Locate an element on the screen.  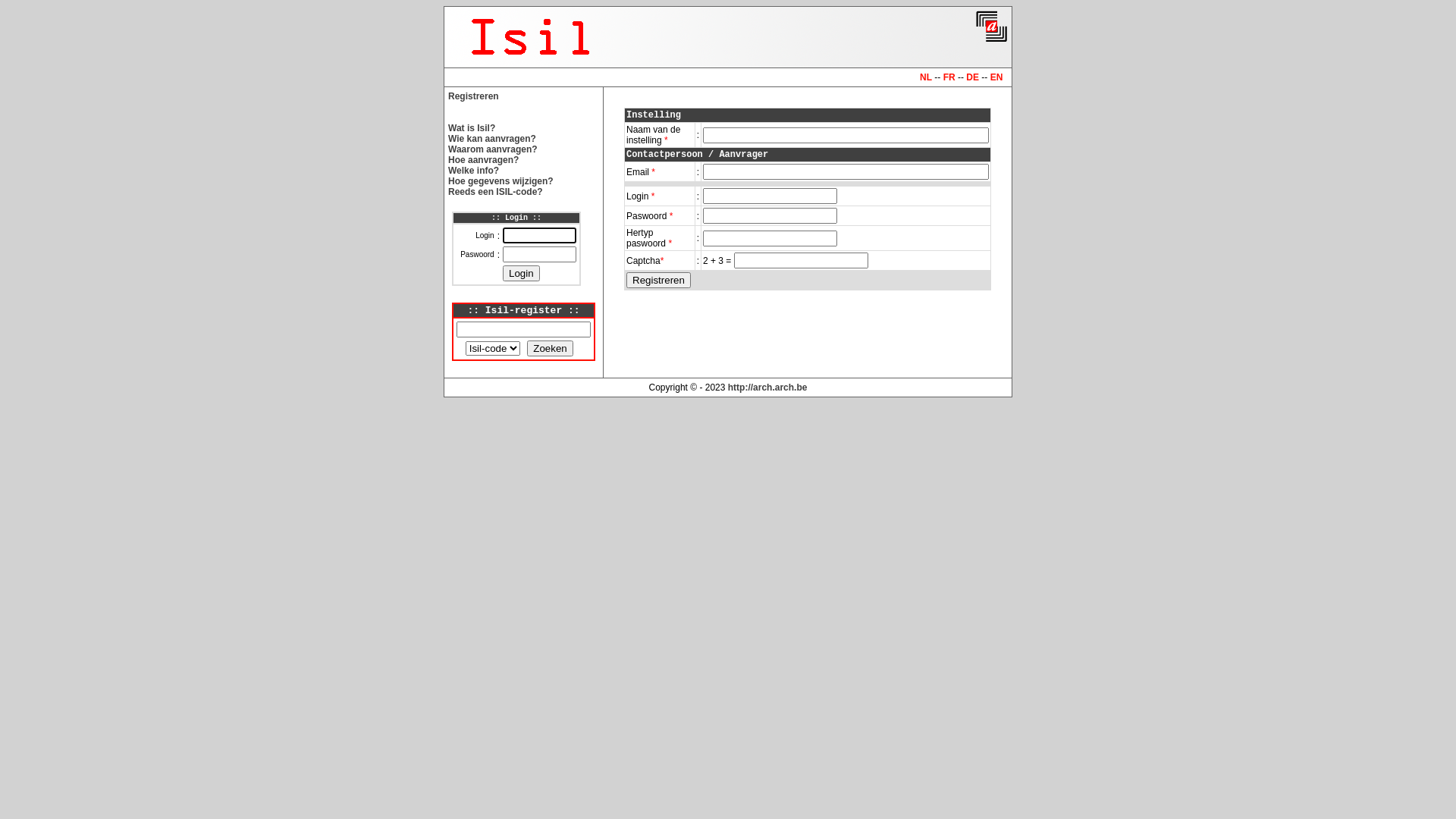
'Wie kan aanvragen?' is located at coordinates (491, 138).